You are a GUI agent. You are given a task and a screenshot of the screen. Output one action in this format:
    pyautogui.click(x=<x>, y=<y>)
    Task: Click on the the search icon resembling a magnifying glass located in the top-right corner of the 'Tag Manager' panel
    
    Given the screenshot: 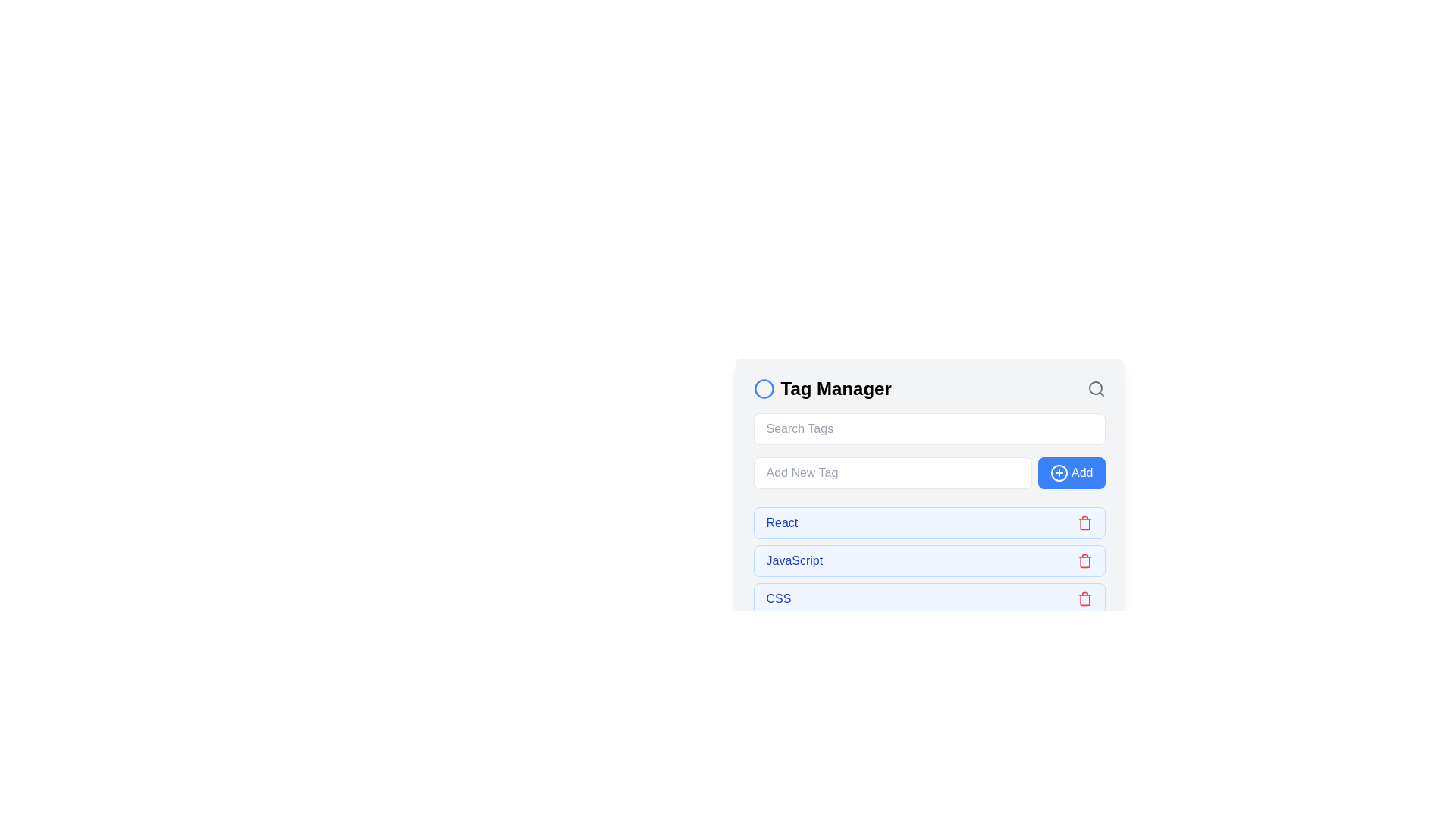 What is the action you would take?
    pyautogui.click(x=1096, y=388)
    